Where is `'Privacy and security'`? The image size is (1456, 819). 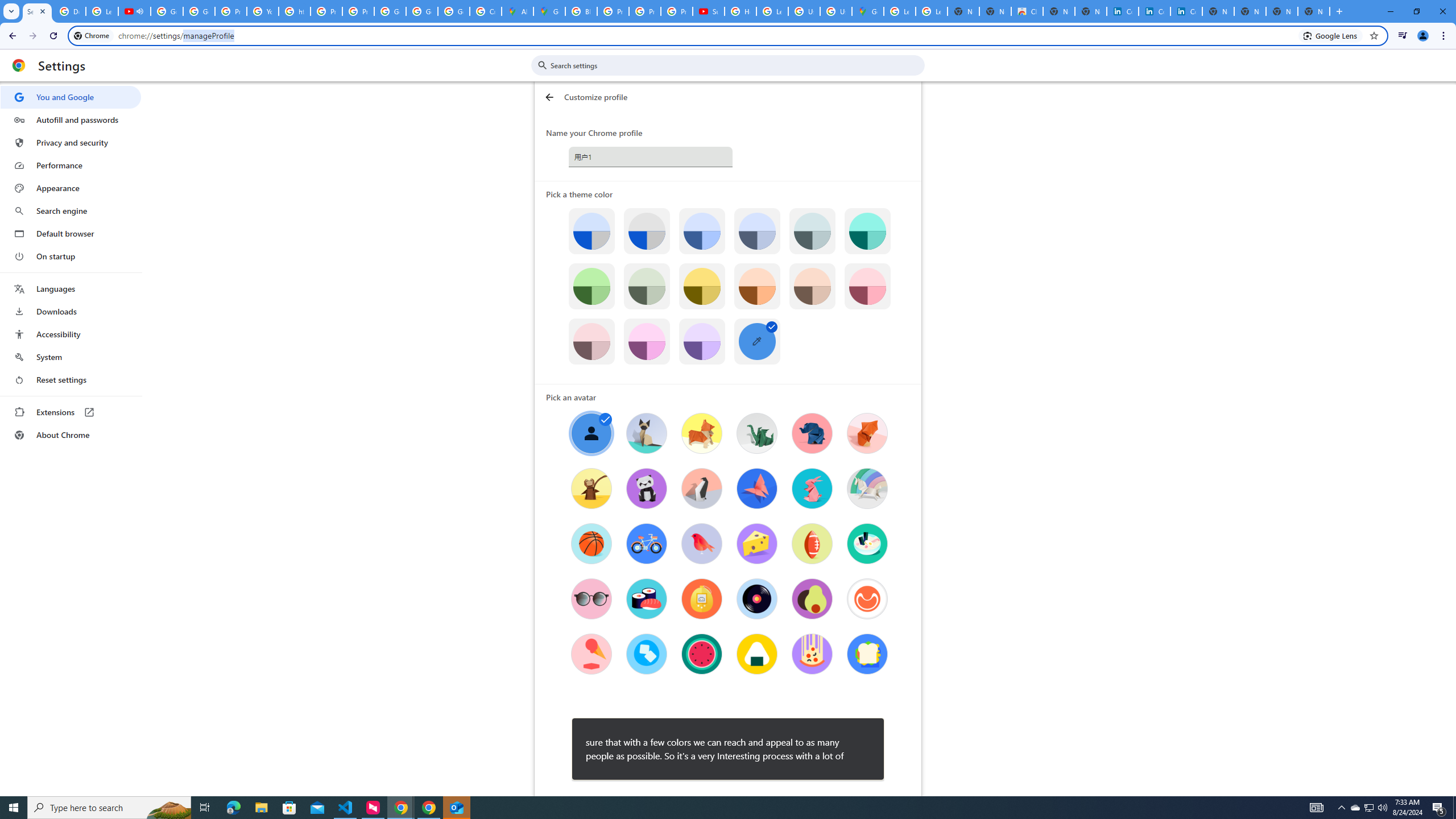 'Privacy and security' is located at coordinates (70, 142).